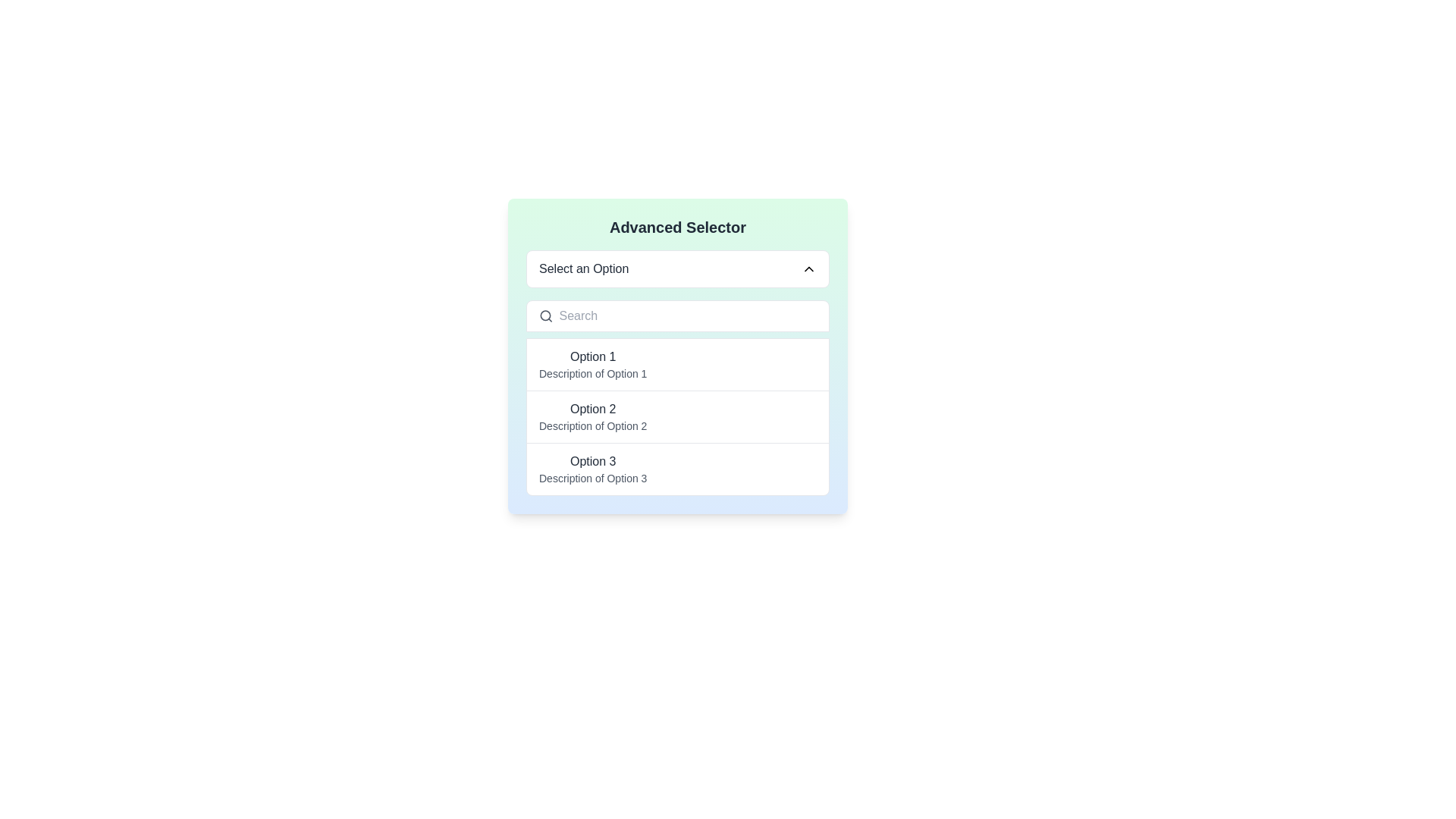  What do you see at coordinates (592, 426) in the screenshot?
I see `text content from the descriptive Text label located immediately below 'Option 2' in the dropdown menu` at bounding box center [592, 426].